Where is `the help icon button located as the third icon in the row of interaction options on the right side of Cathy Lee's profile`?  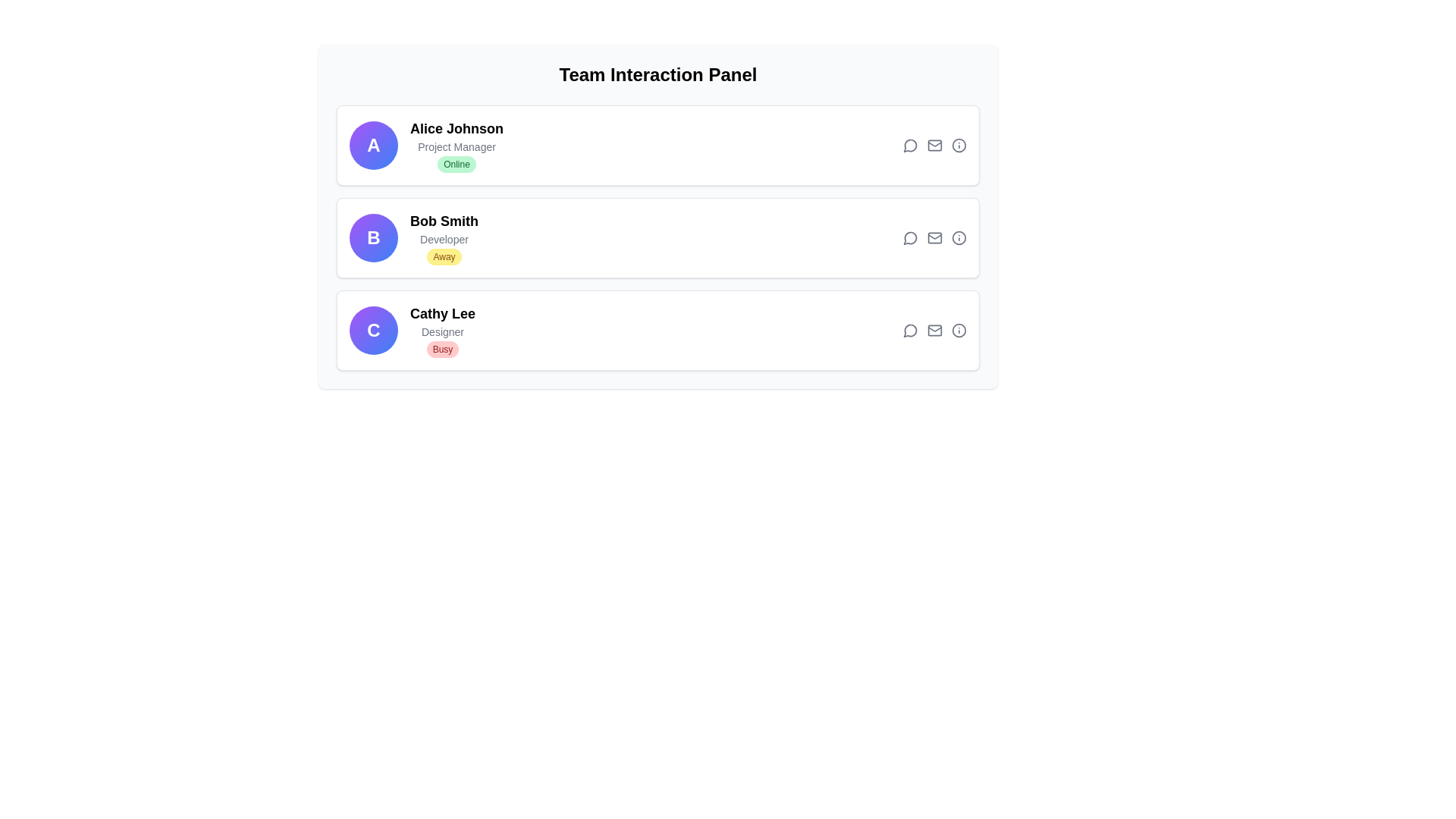
the help icon button located as the third icon in the row of interaction options on the right side of Cathy Lee's profile is located at coordinates (959, 329).